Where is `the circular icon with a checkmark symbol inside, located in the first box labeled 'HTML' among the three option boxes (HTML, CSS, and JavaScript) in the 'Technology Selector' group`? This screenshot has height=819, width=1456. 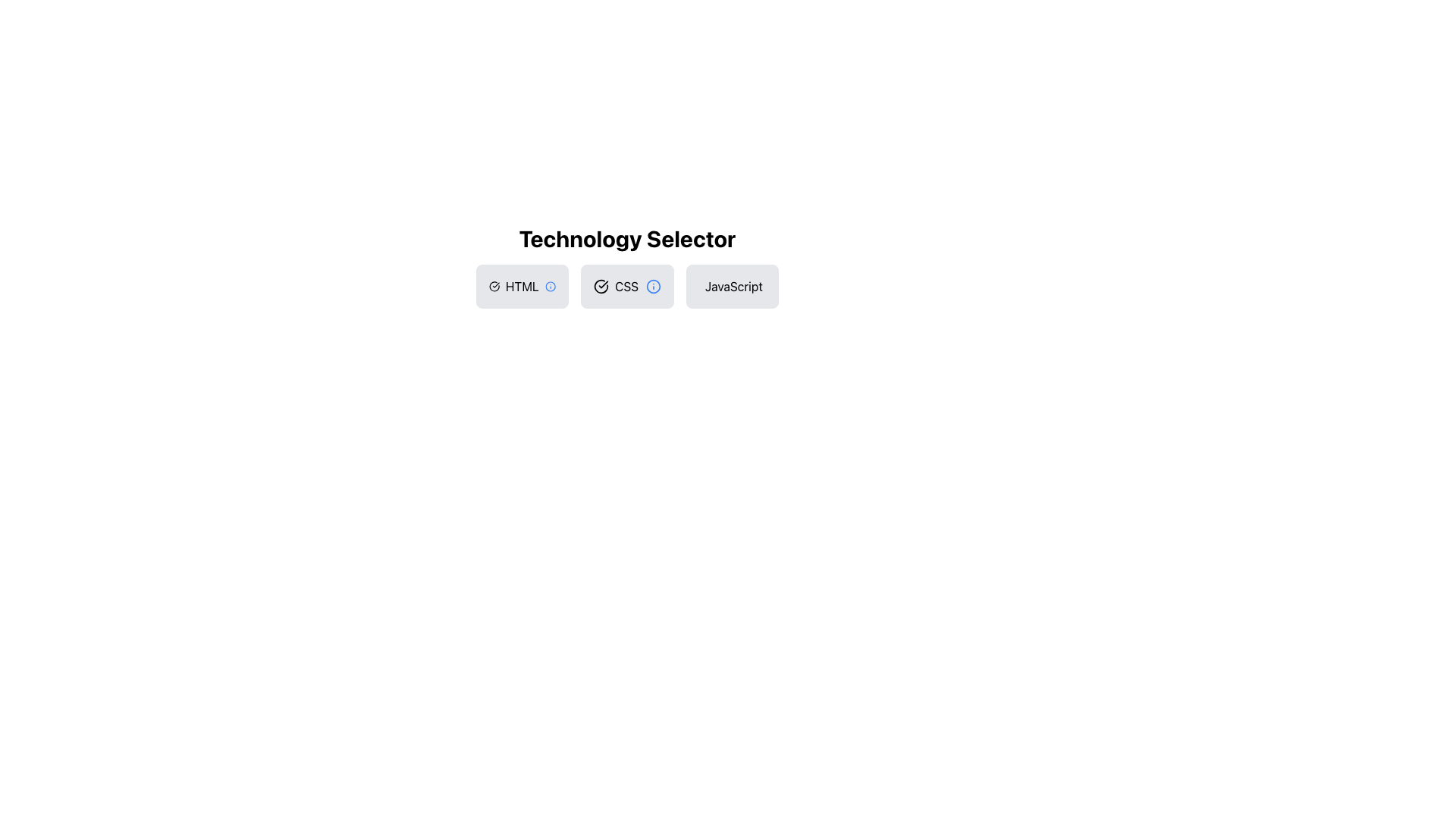 the circular icon with a checkmark symbol inside, located in the first box labeled 'HTML' among the three option boxes (HTML, CSS, and JavaScript) in the 'Technology Selector' group is located at coordinates (494, 287).